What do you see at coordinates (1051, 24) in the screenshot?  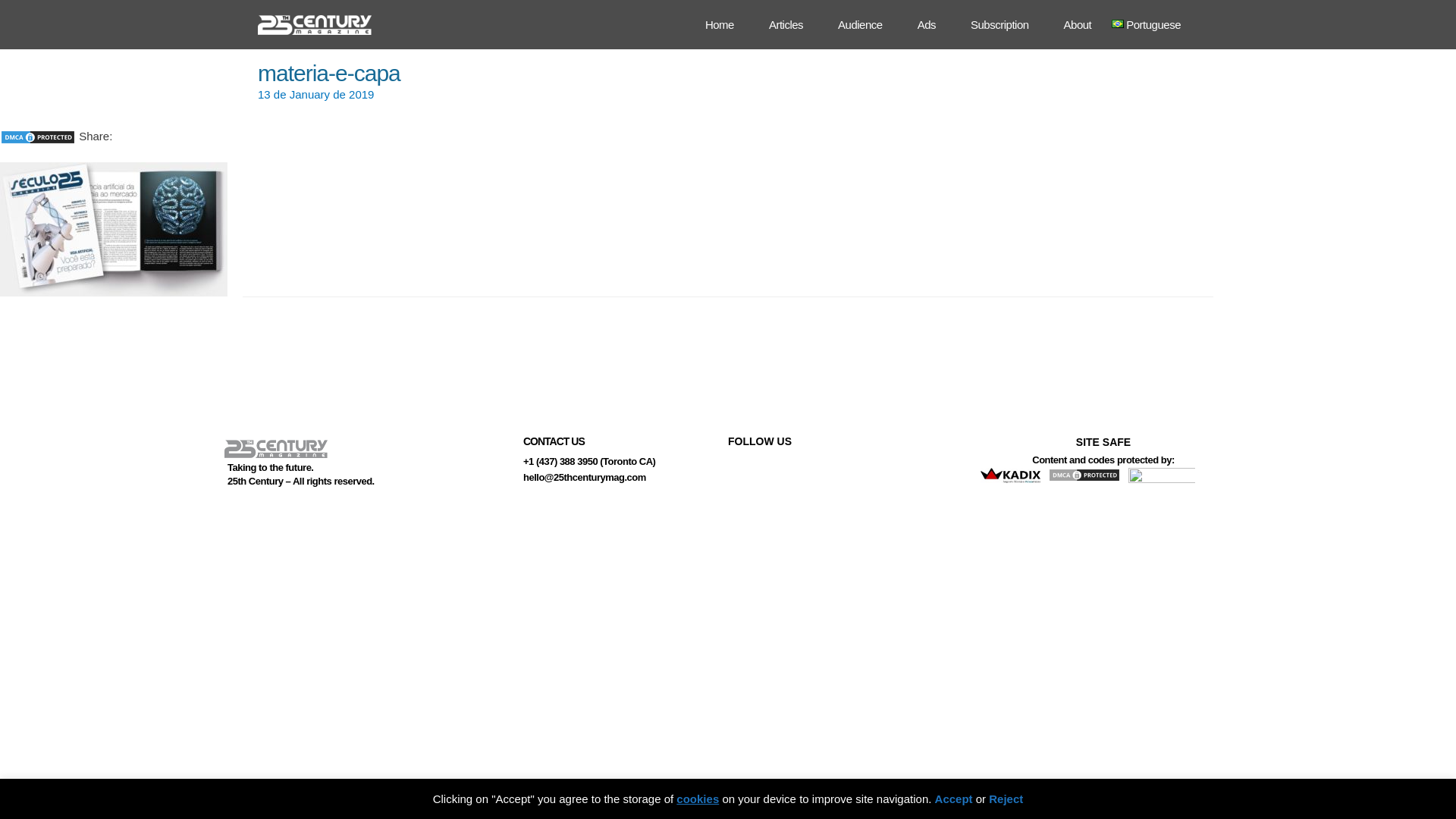 I see `'About'` at bounding box center [1051, 24].